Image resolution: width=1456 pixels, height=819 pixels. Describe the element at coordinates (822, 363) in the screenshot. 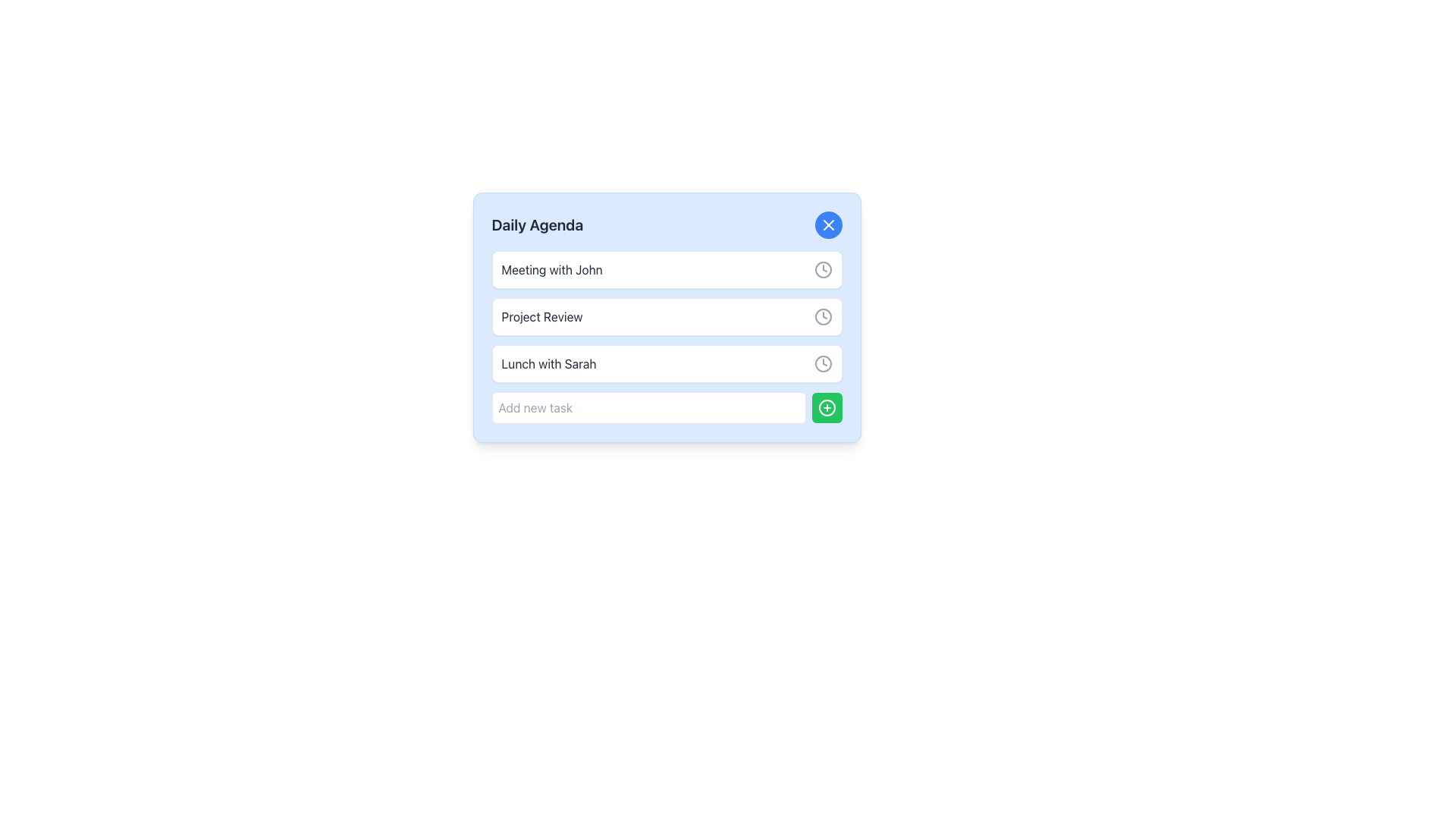

I see `the Clock icon located at the right end of the 'Lunch with Sarah' task box to set a reminder or open a time selection dialog` at that location.